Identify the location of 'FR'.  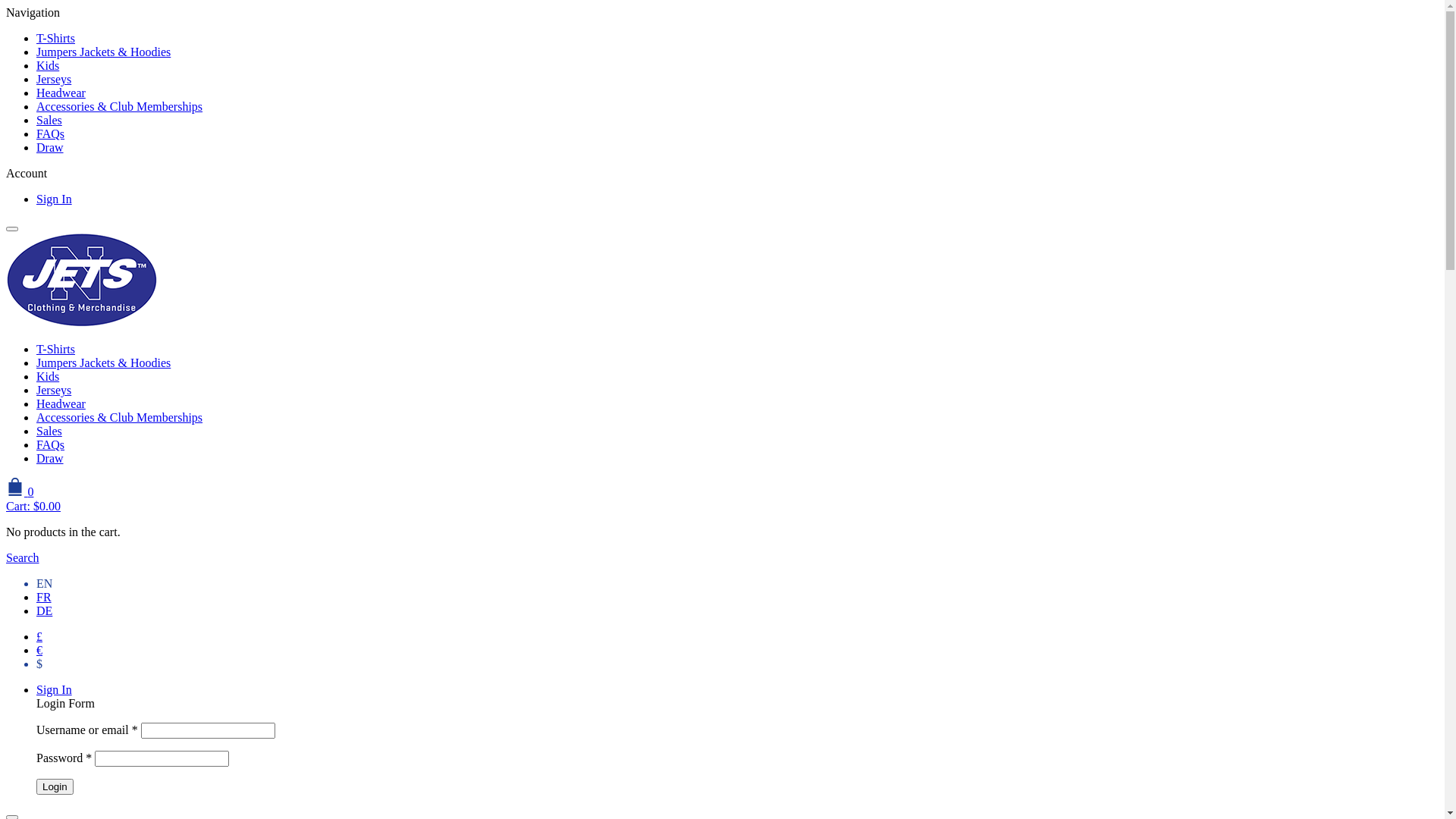
(43, 596).